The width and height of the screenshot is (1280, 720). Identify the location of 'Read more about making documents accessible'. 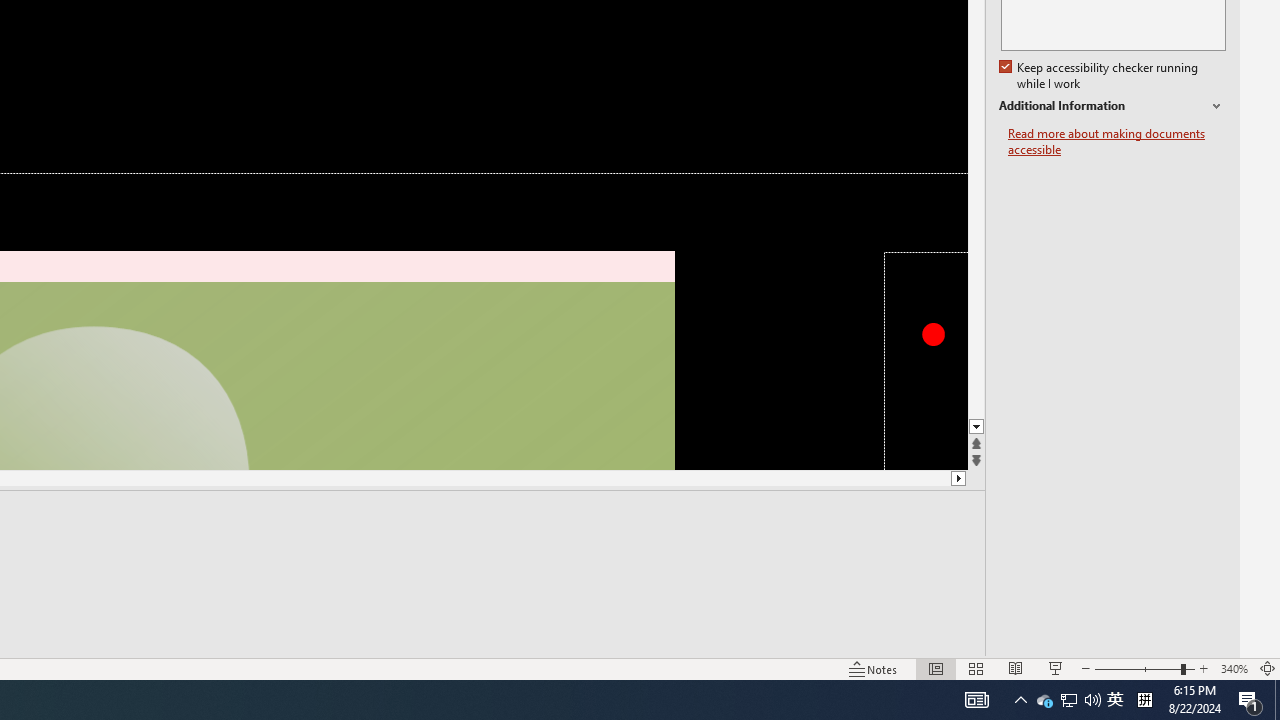
(1116, 141).